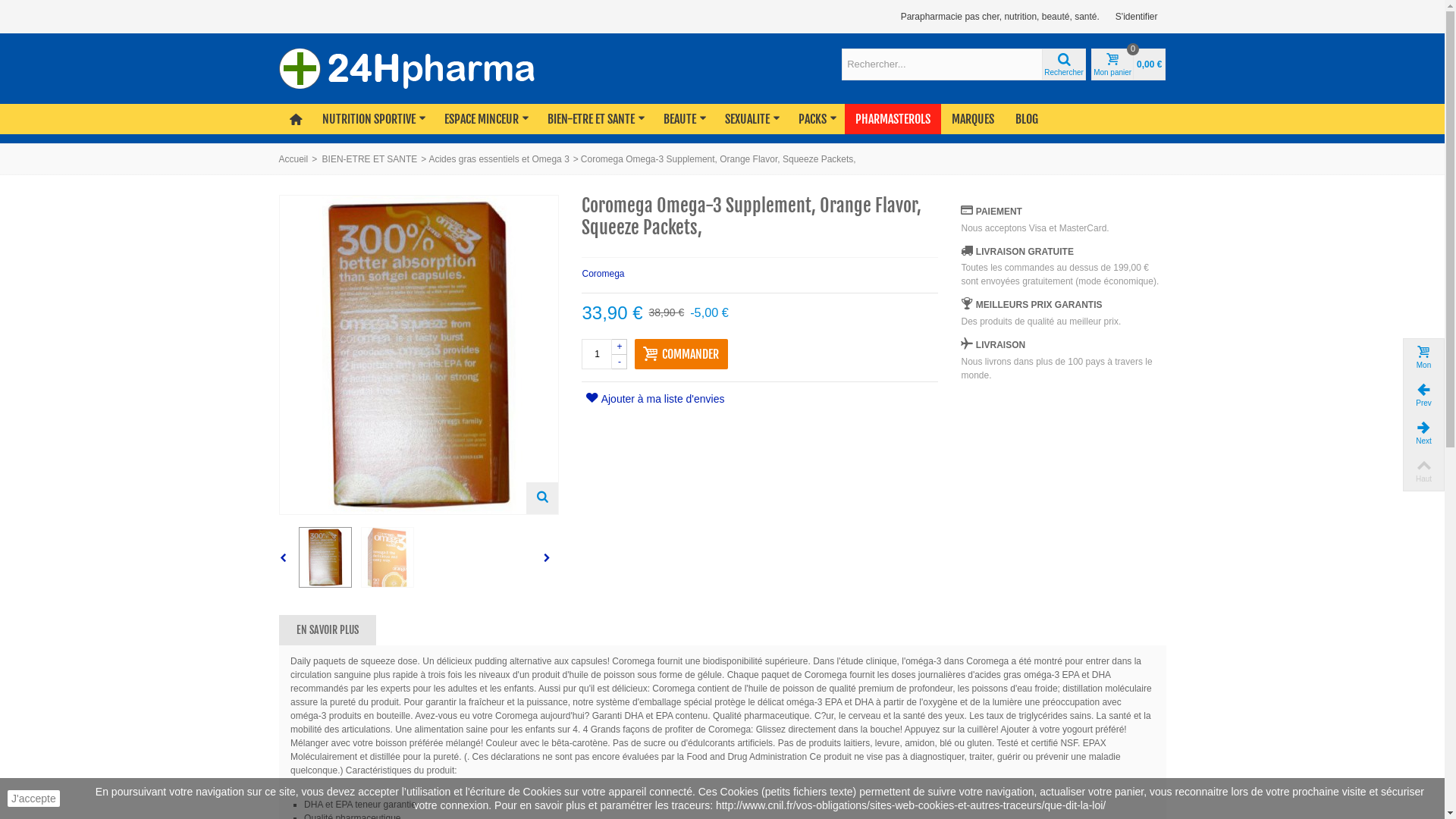  I want to click on 'SEXUALITE', so click(751, 118).